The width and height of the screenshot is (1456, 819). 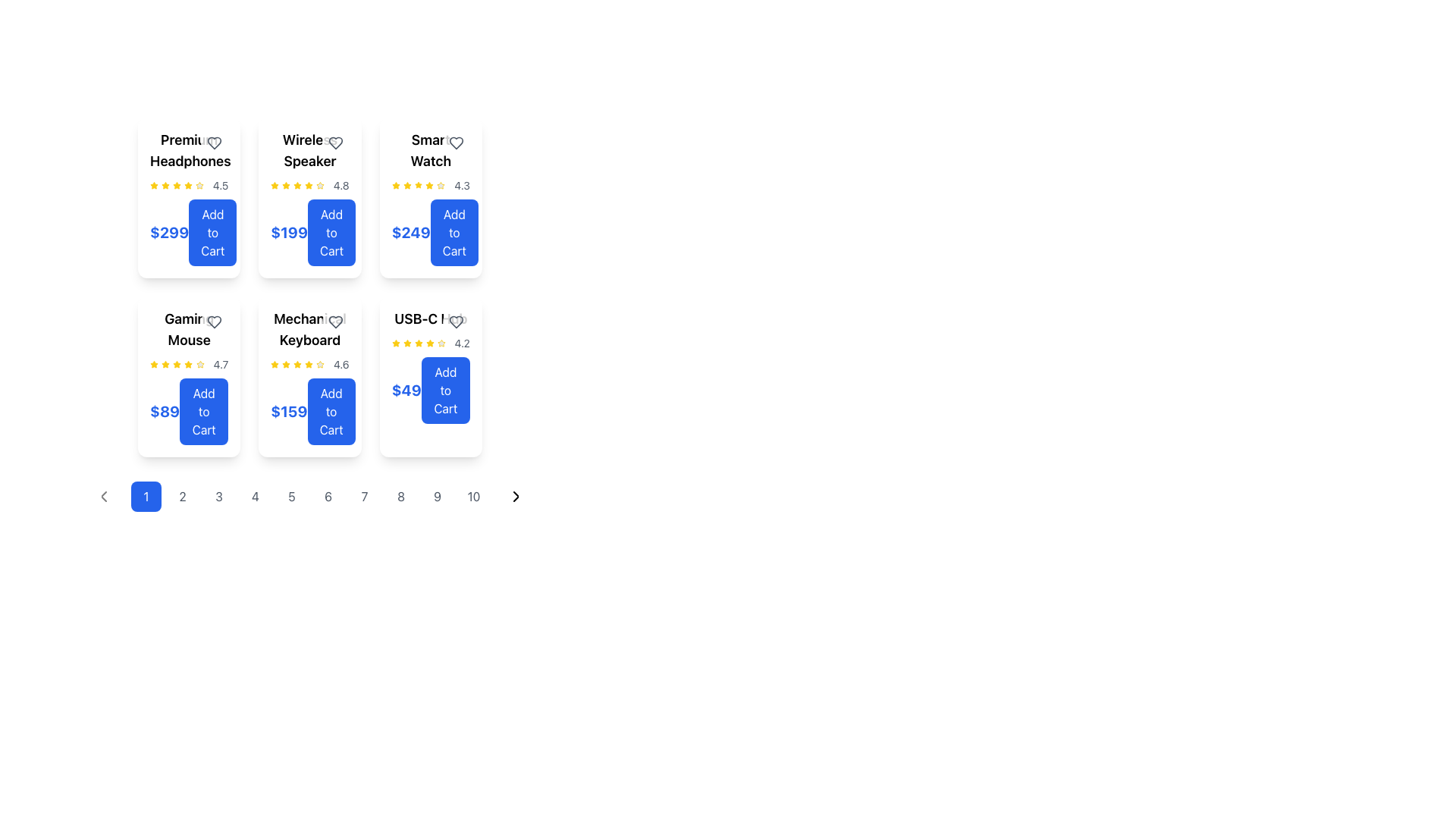 I want to click on the third rating star icon representing an active state in the rating scale for the 'Wireless Speaker' product card, so click(x=286, y=185).